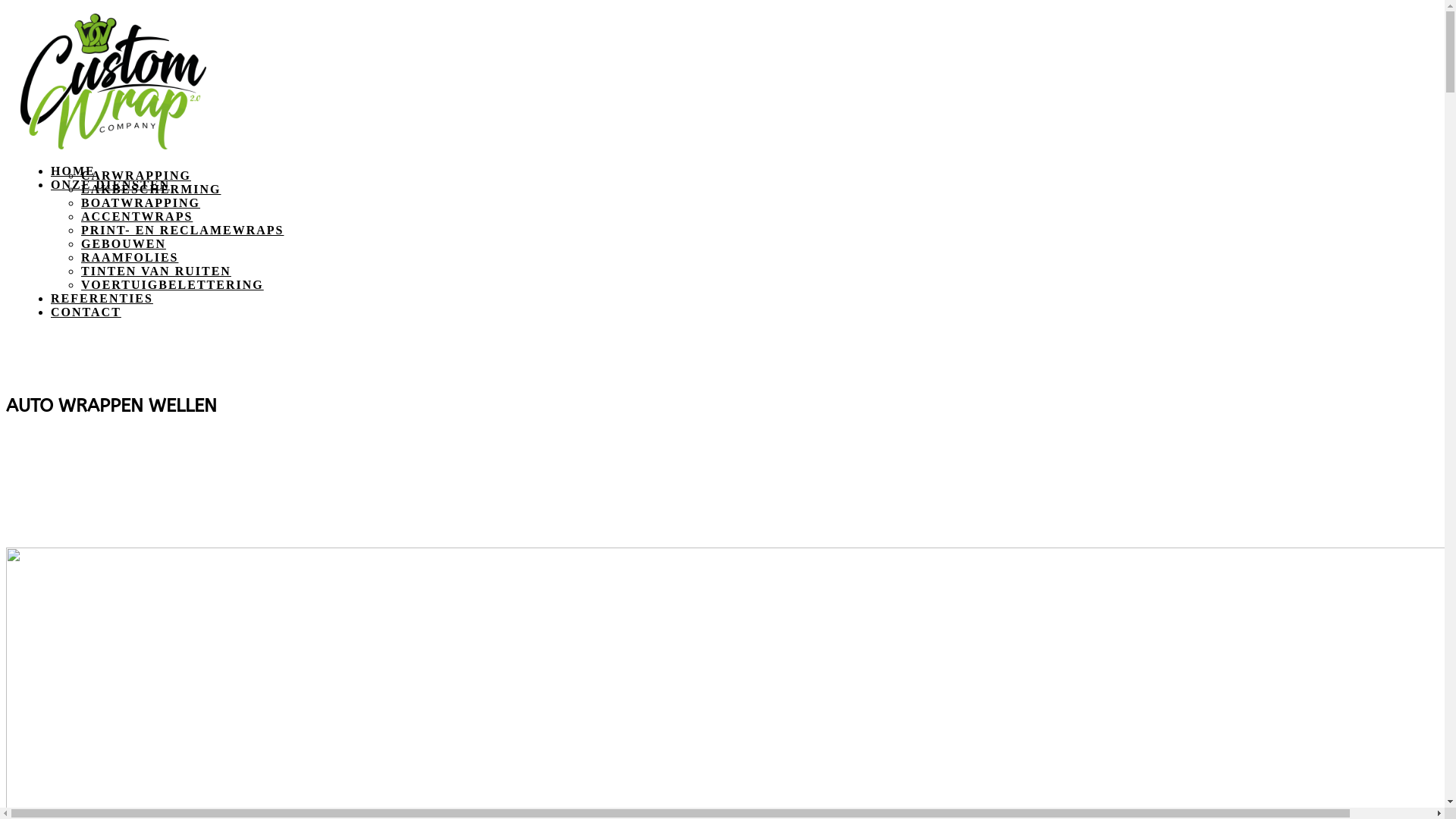  Describe the element at coordinates (172, 284) in the screenshot. I see `'VOERTUIGBELETTERING'` at that location.